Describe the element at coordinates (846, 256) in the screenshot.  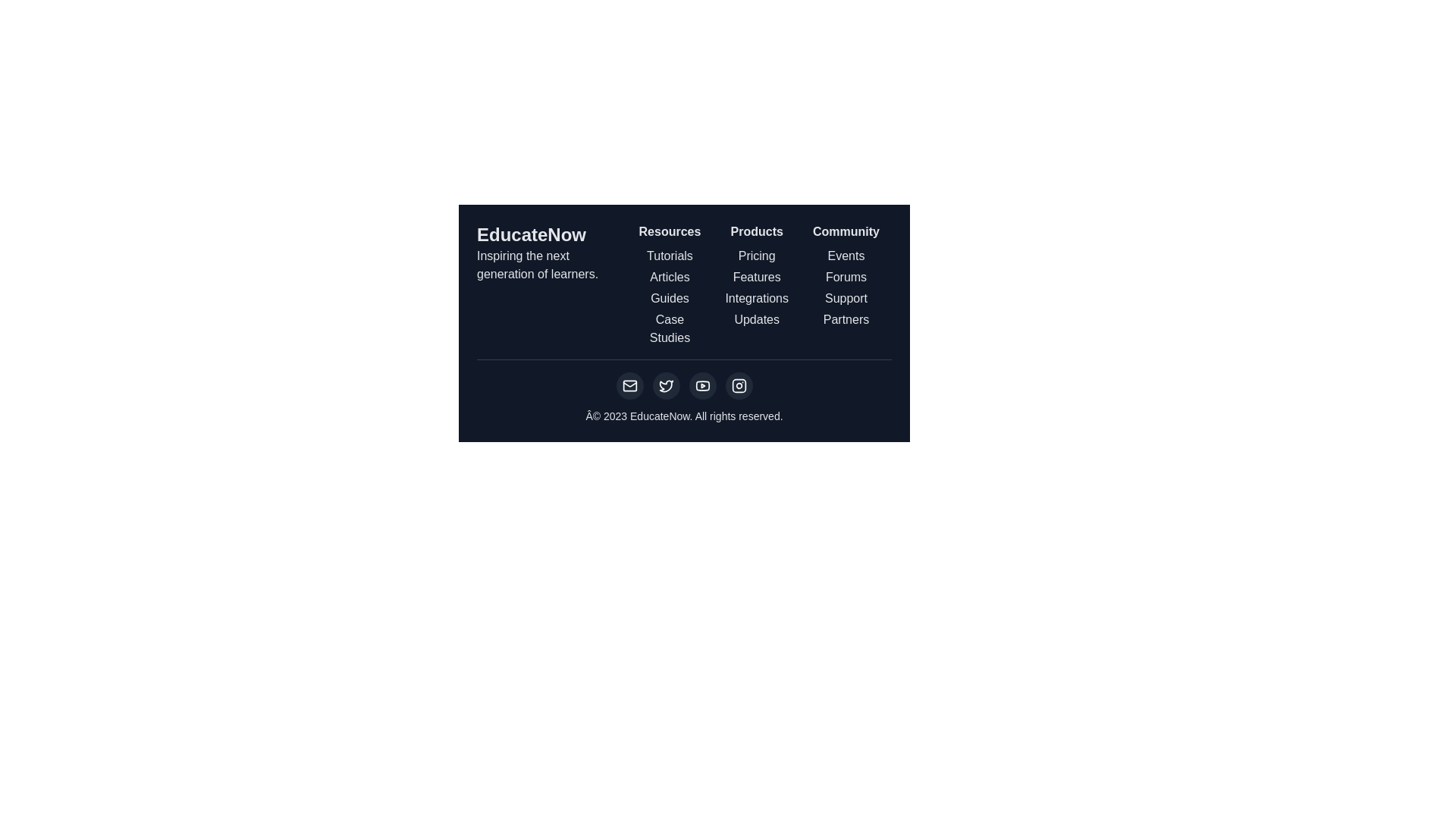
I see `the first text label in the 'Community' section of the footer` at that location.